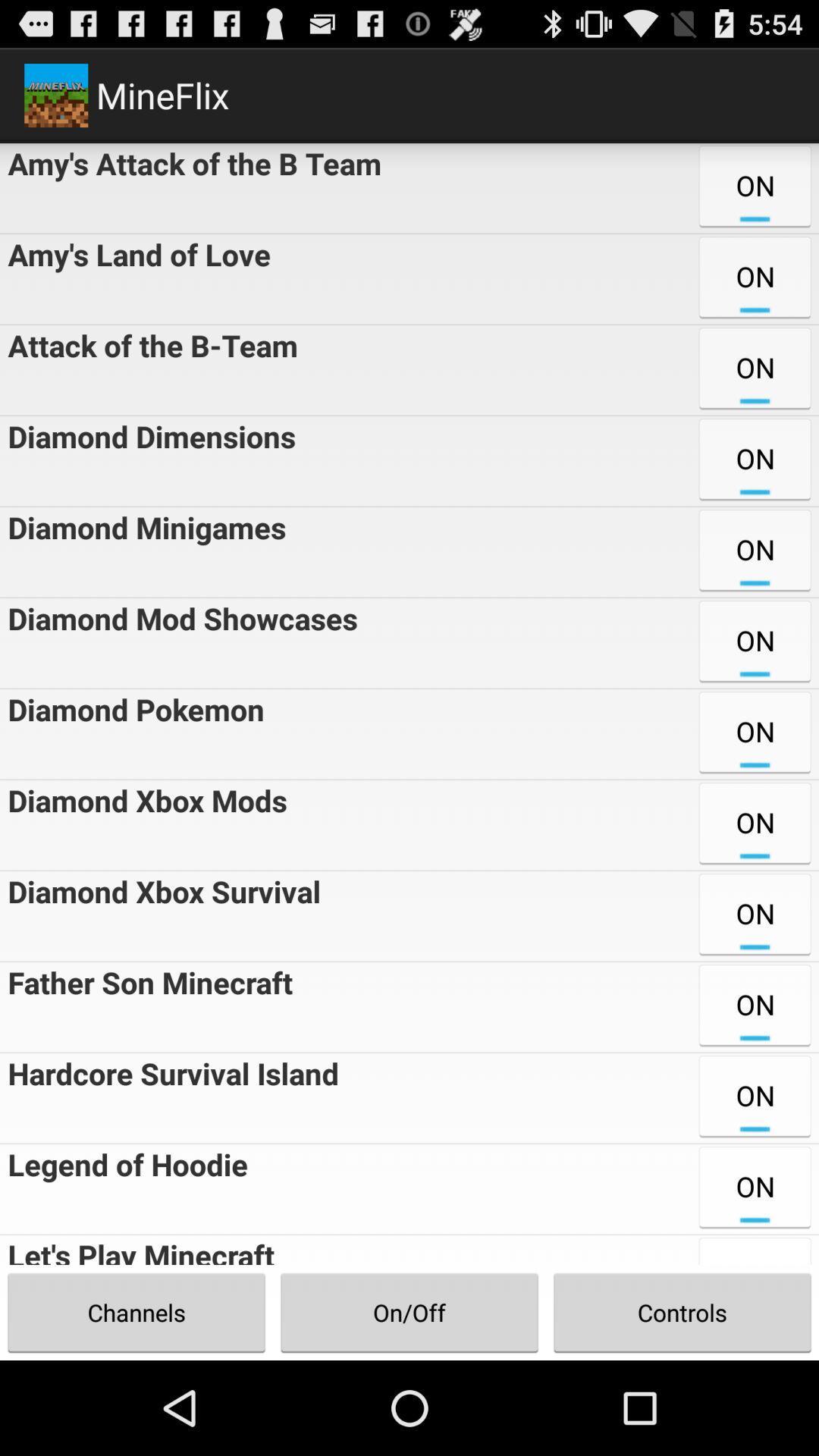 This screenshot has width=819, height=1456. Describe the element at coordinates (131, 734) in the screenshot. I see `the icon next to the on item` at that location.